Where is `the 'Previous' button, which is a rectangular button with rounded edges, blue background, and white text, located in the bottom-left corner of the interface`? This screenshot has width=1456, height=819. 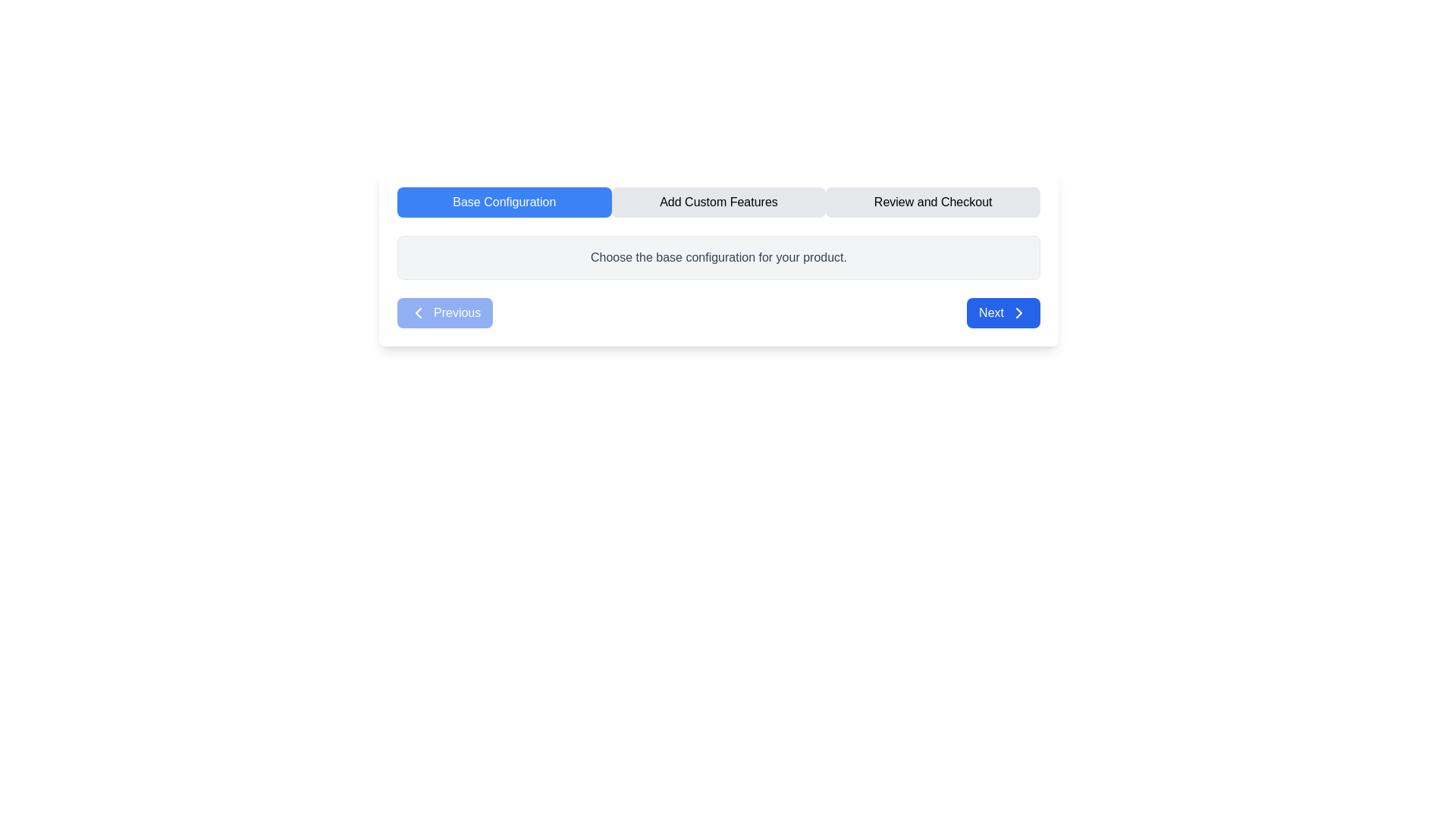
the 'Previous' button, which is a rectangular button with rounded edges, blue background, and white text, located in the bottom-left corner of the interface is located at coordinates (444, 312).